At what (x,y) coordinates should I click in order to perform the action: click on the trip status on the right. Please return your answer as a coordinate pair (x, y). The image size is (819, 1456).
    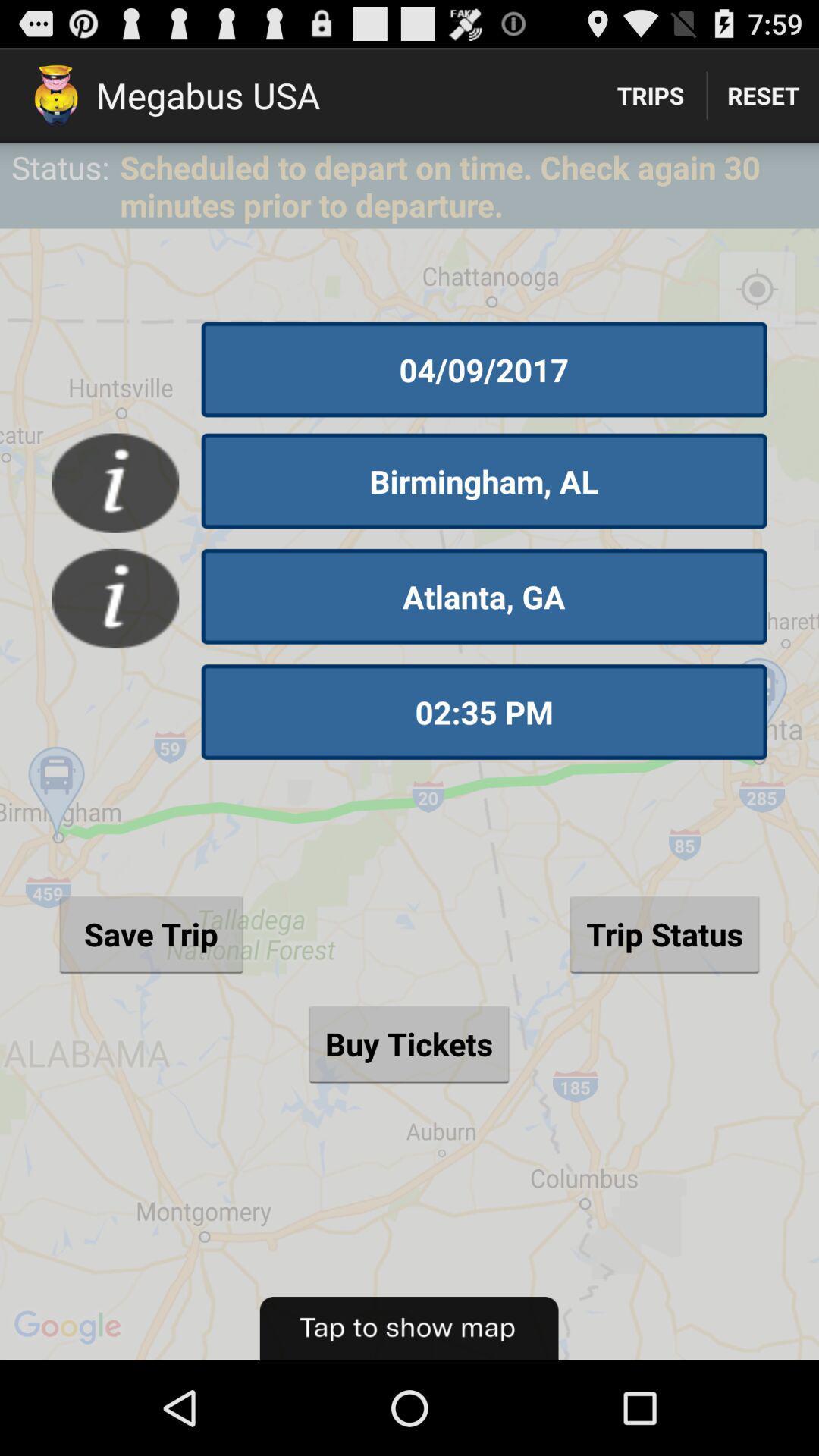
    Looking at the image, I should click on (664, 933).